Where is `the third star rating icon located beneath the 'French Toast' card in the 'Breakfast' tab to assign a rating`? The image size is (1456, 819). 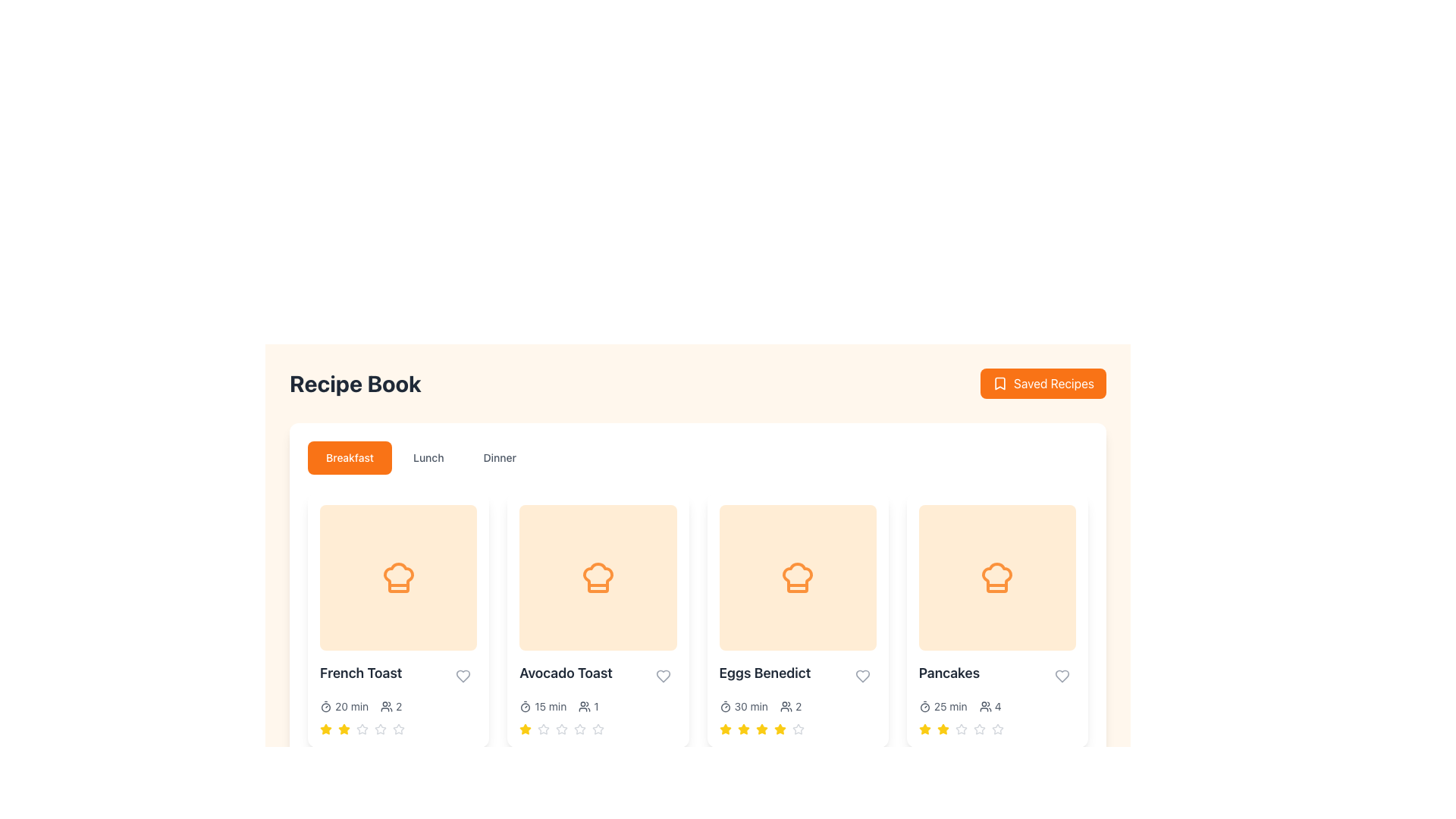
the third star rating icon located beneath the 'French Toast' card in the 'Breakfast' tab to assign a rating is located at coordinates (362, 728).